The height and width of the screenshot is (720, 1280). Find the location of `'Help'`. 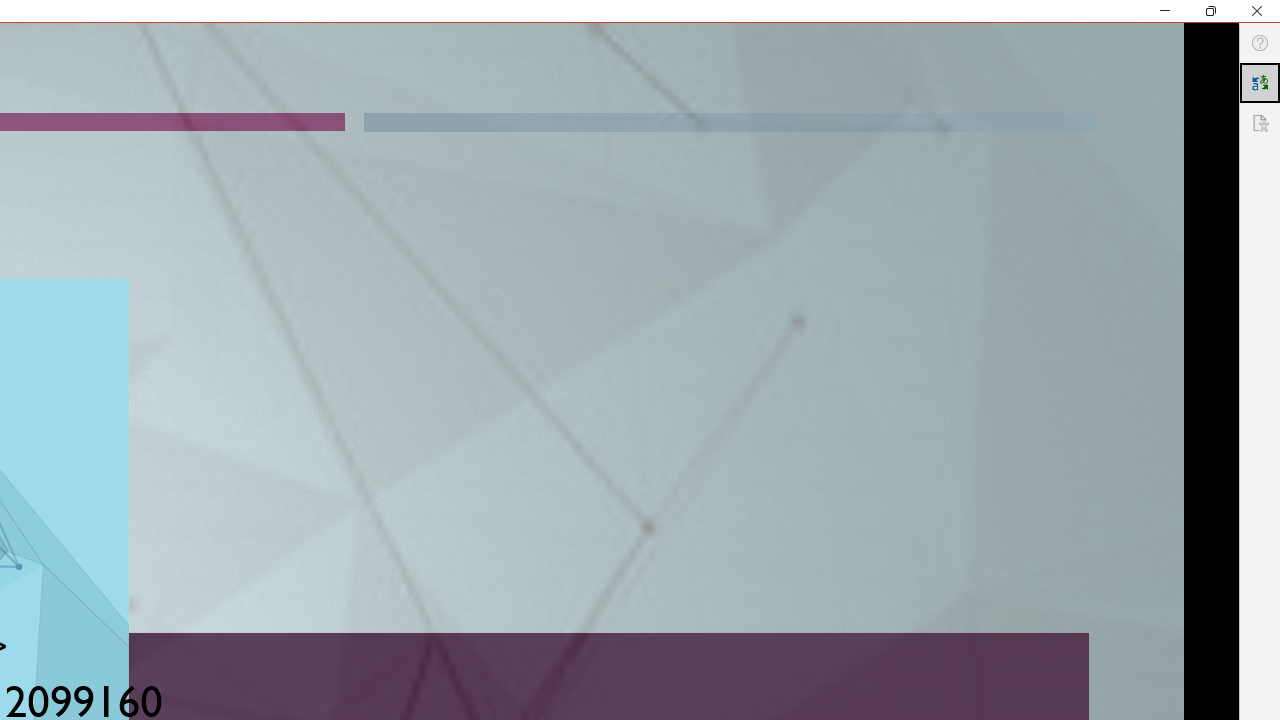

'Help' is located at coordinates (1259, 43).